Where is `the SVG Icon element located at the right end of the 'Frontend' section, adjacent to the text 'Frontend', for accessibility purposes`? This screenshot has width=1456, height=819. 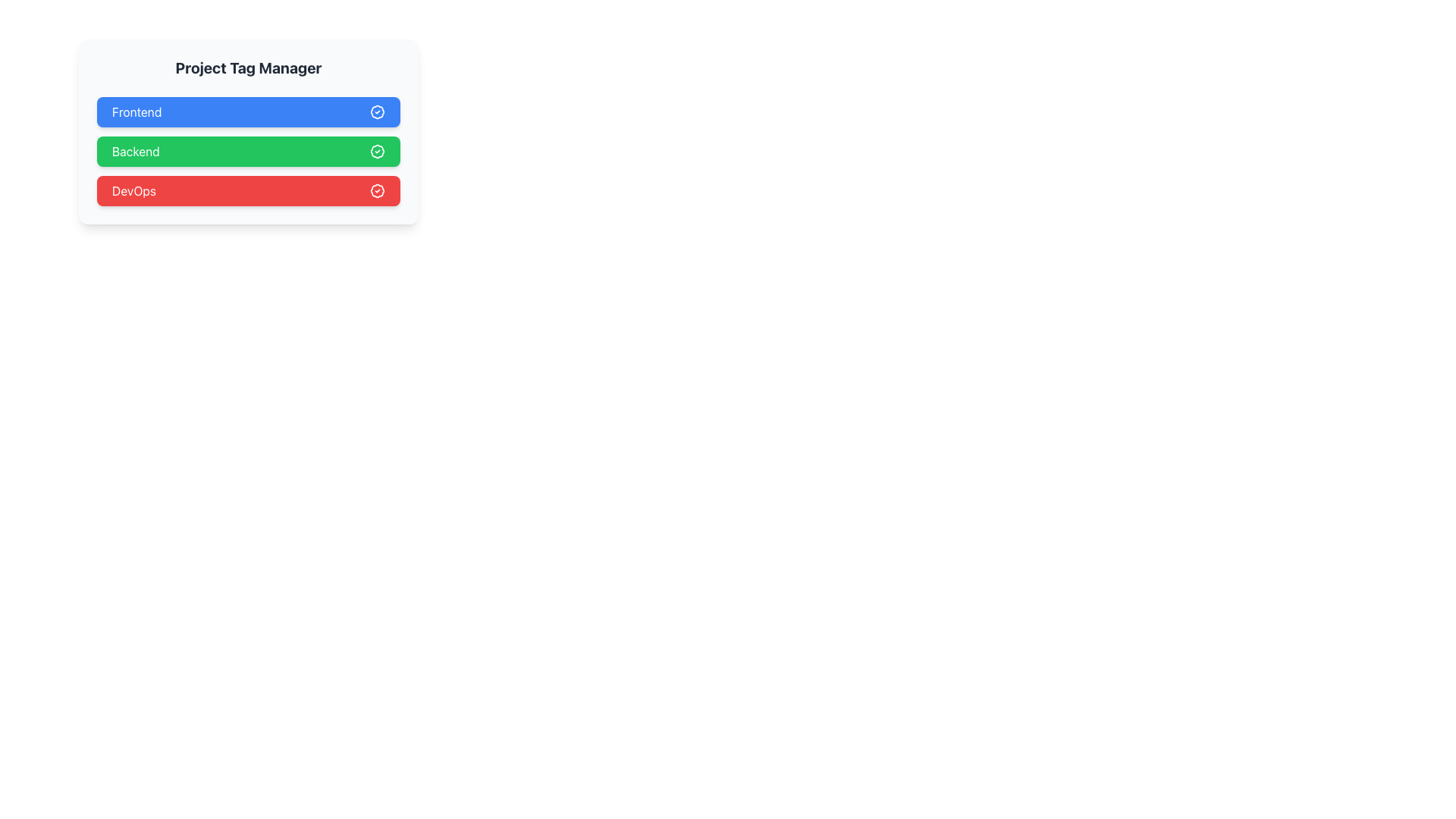
the SVG Icon element located at the right end of the 'Frontend' section, adjacent to the text 'Frontend', for accessibility purposes is located at coordinates (378, 111).